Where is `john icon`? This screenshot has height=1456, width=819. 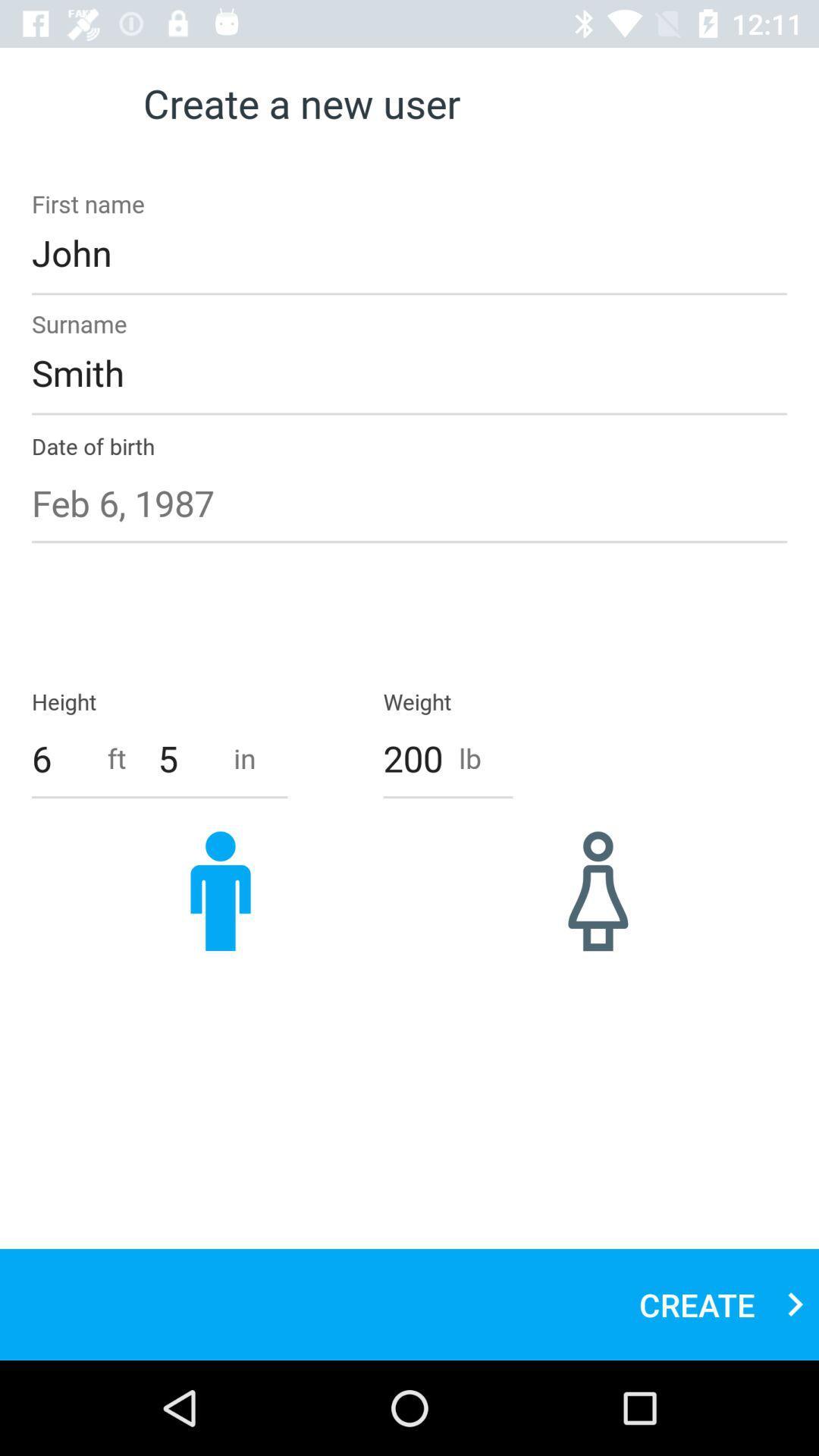
john icon is located at coordinates (409, 253).